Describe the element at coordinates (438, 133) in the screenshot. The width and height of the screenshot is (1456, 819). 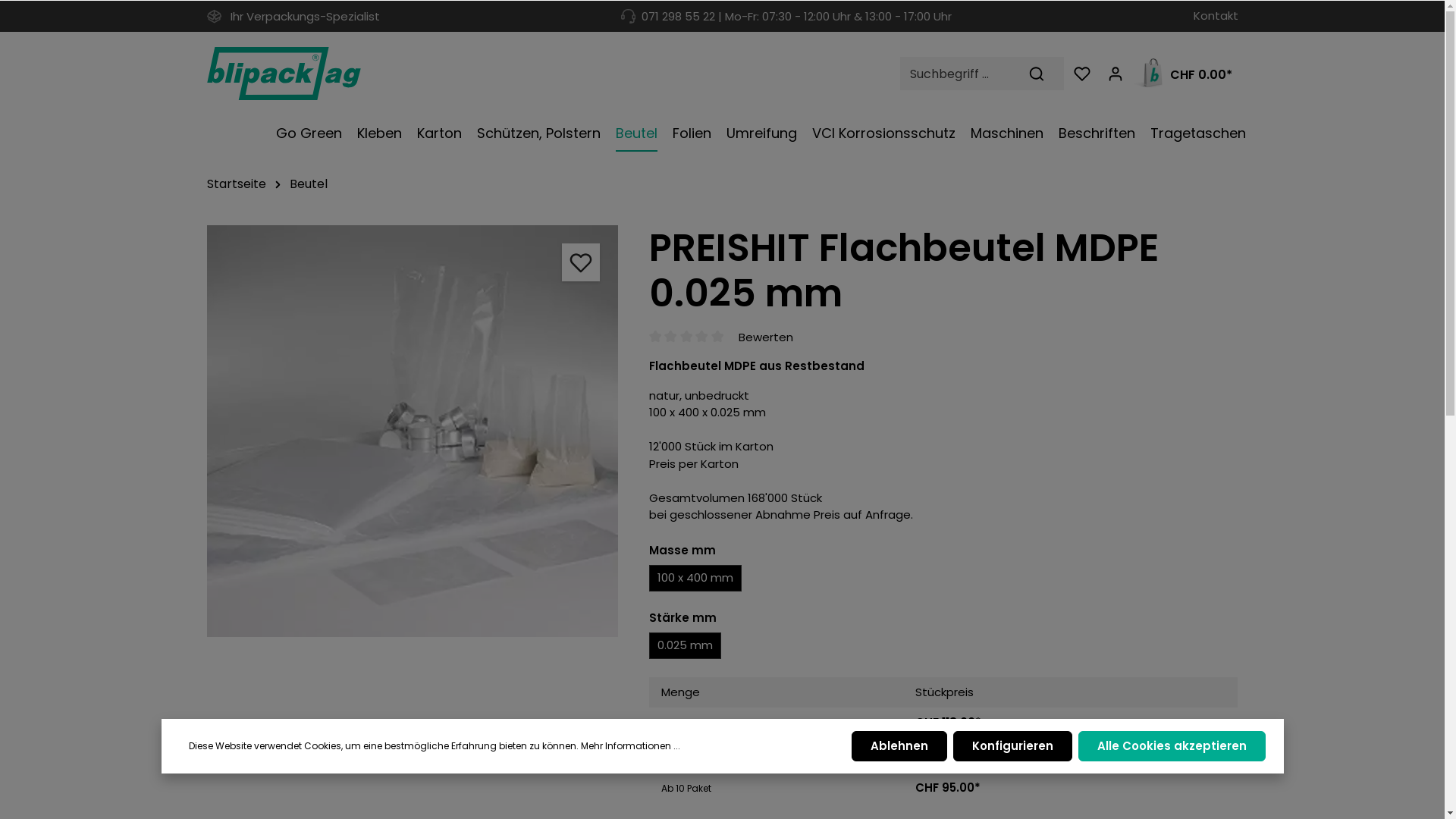
I see `'Karton'` at that location.